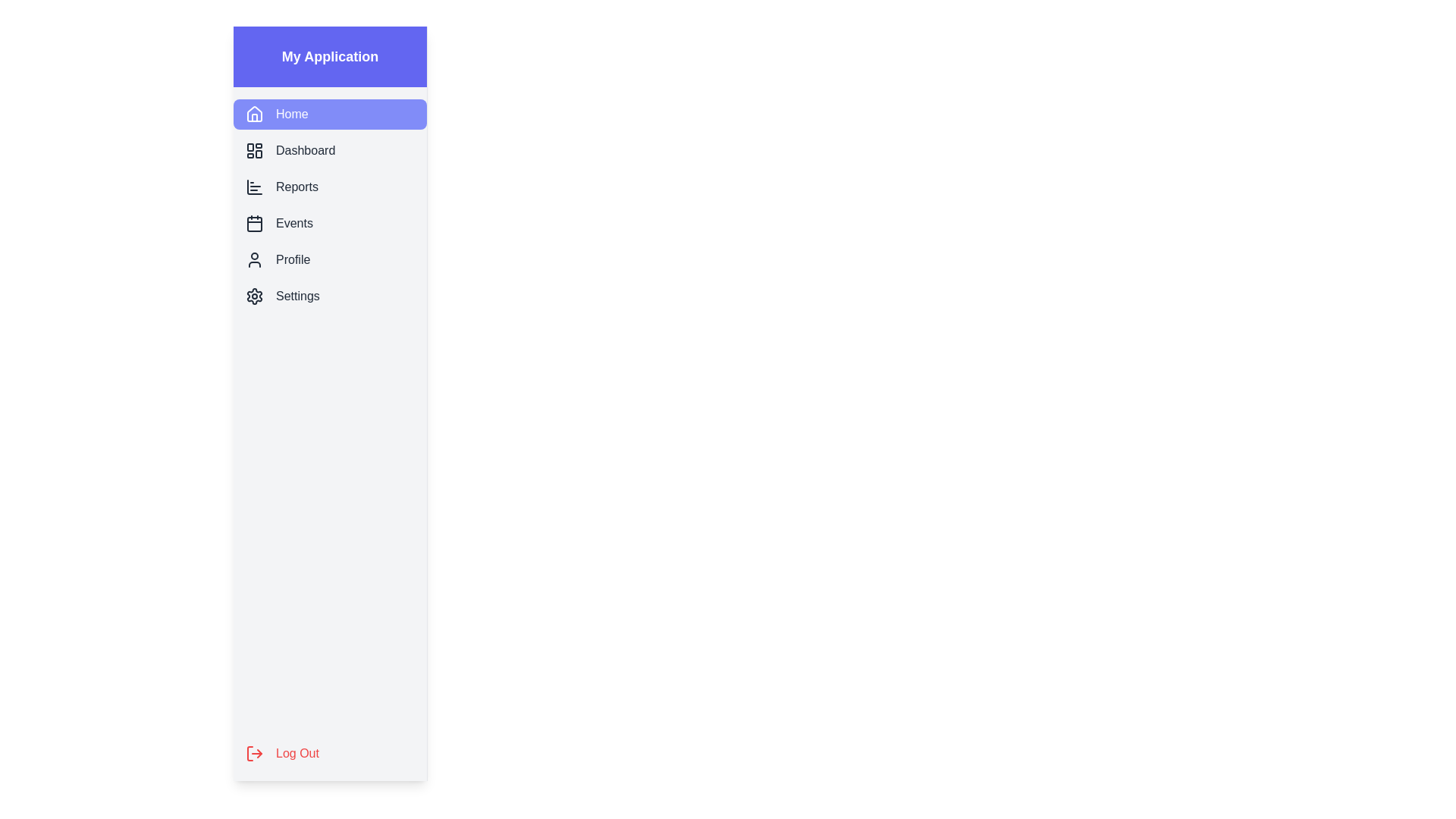 This screenshot has width=1456, height=819. Describe the element at coordinates (329, 151) in the screenshot. I see `the 'Dashboard' menu item located directly below the 'Home' item in the vertical navigation menu` at that location.